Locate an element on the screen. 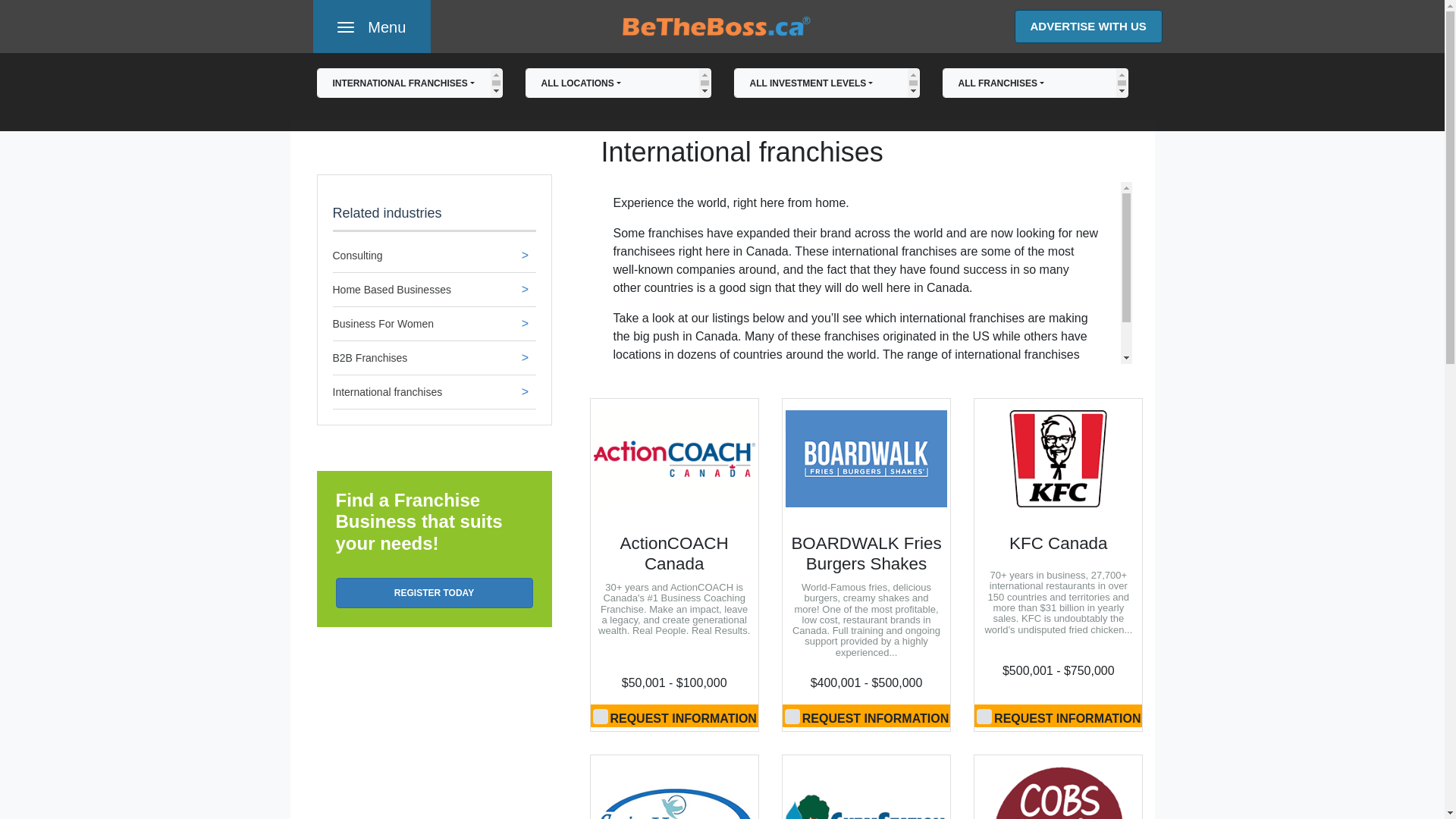  'ADVERTISE WITH US' is located at coordinates (1015, 27).